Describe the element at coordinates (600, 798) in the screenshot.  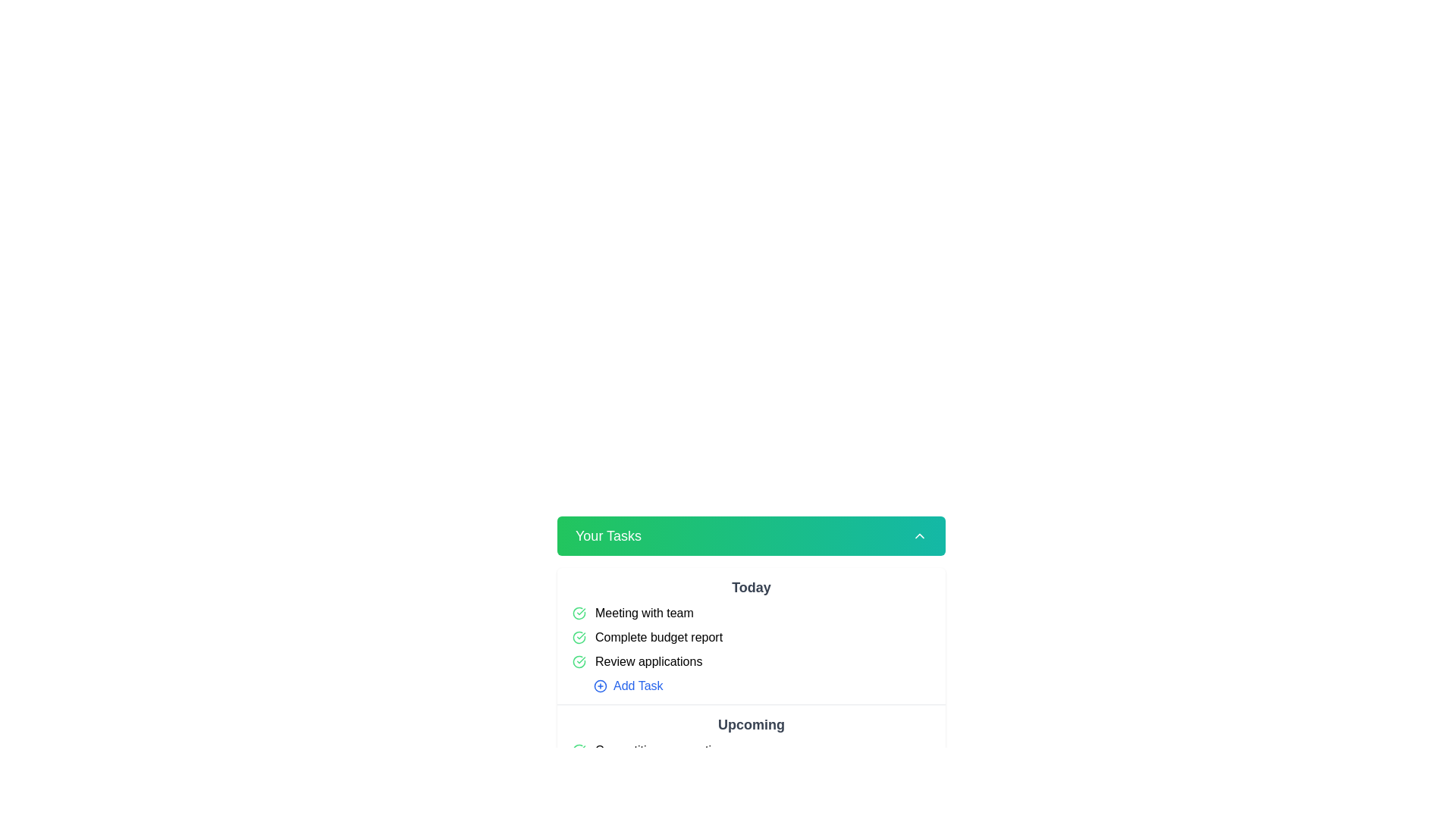
I see `the circular button icon with a plus symbol, located to the left of the 'Add Task' text, for keyboard interaction` at that location.